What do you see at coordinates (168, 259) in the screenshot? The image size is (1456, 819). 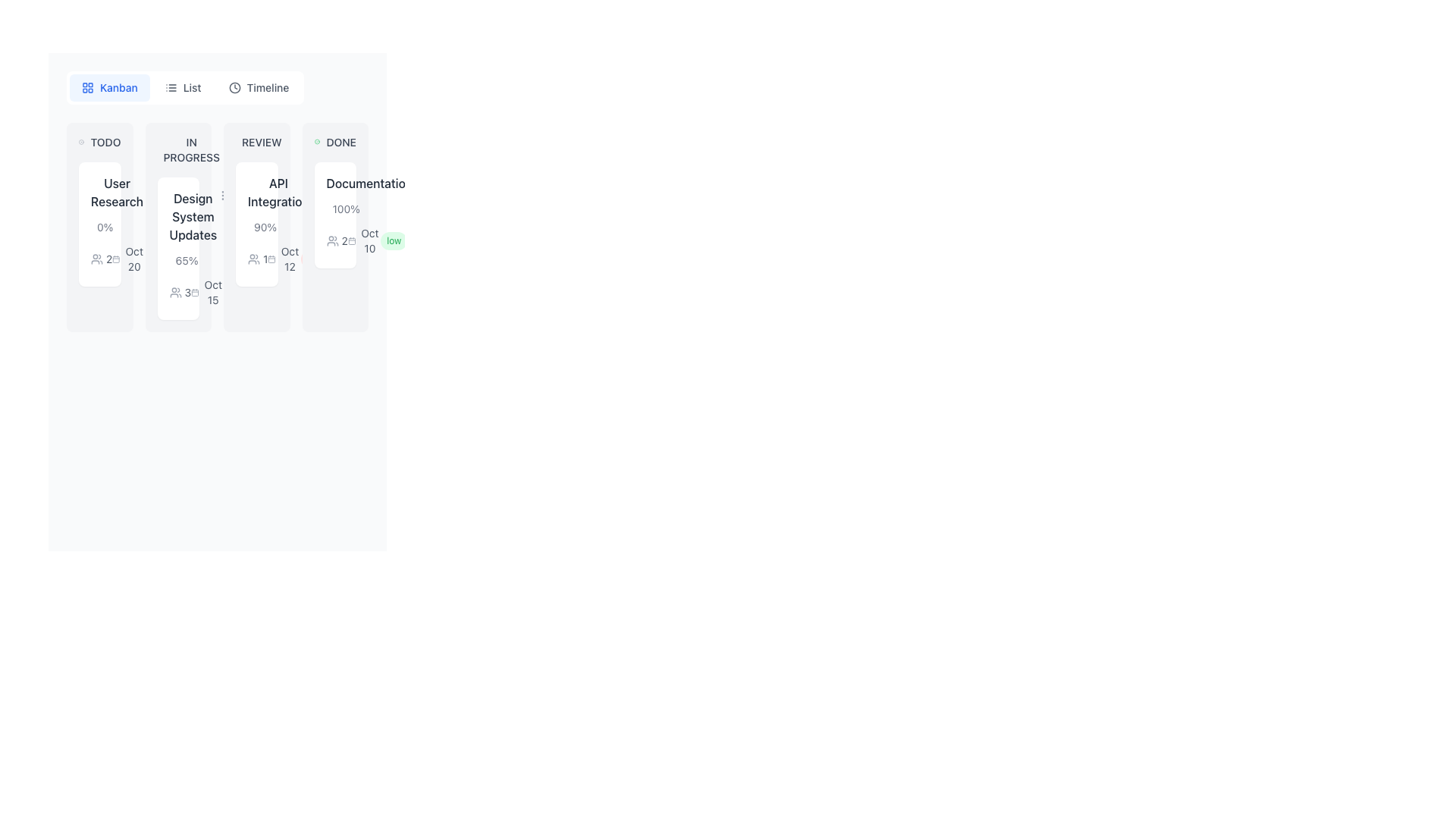 I see `the text label with the content 'medium', styled with rounded corners and a yellow background, located at the bottom-right of the card labeled 'Design System Updates'` at bounding box center [168, 259].